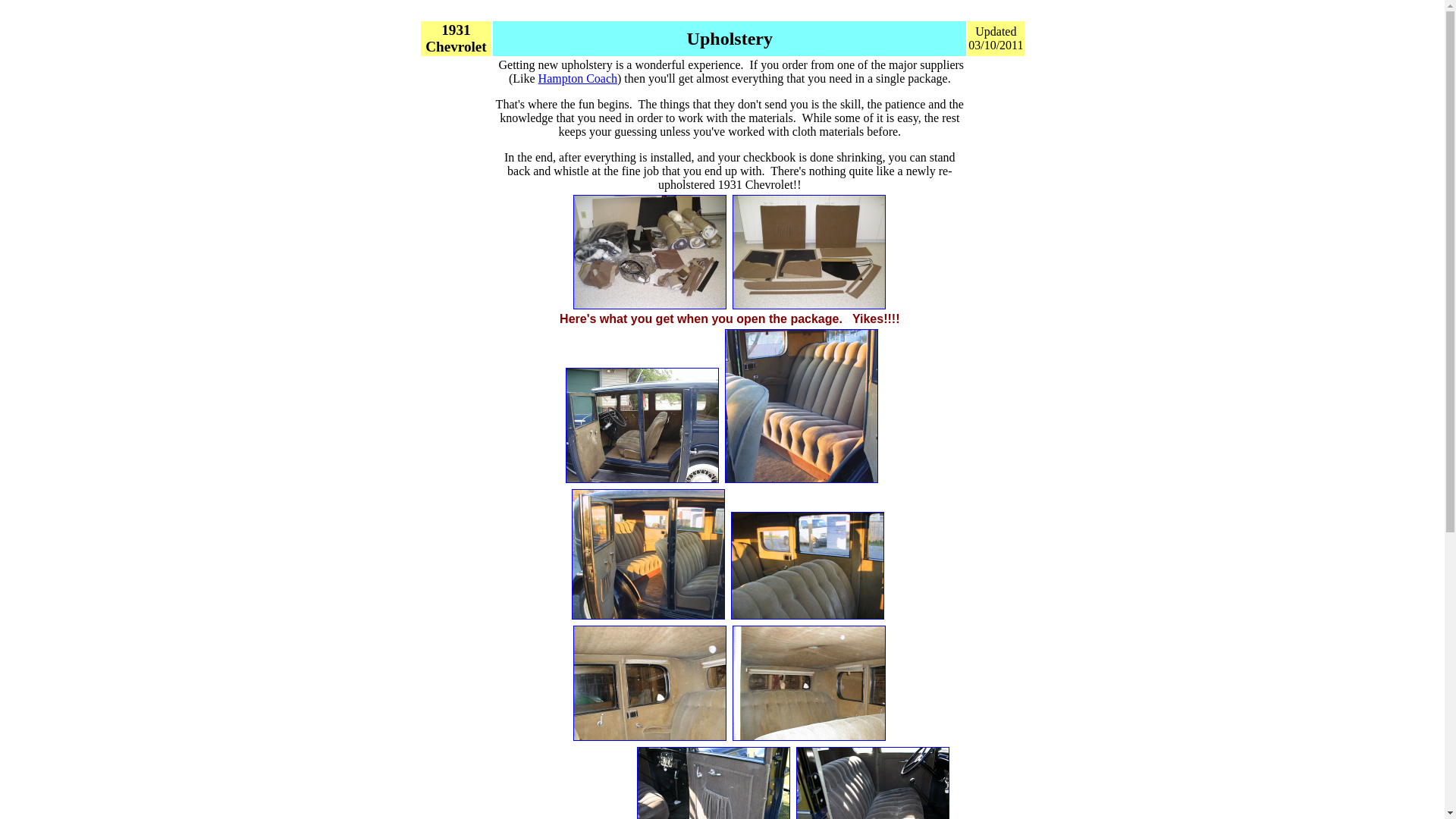 This screenshot has width=1456, height=819. Describe the element at coordinates (577, 78) in the screenshot. I see `'Hampton Coach'` at that location.